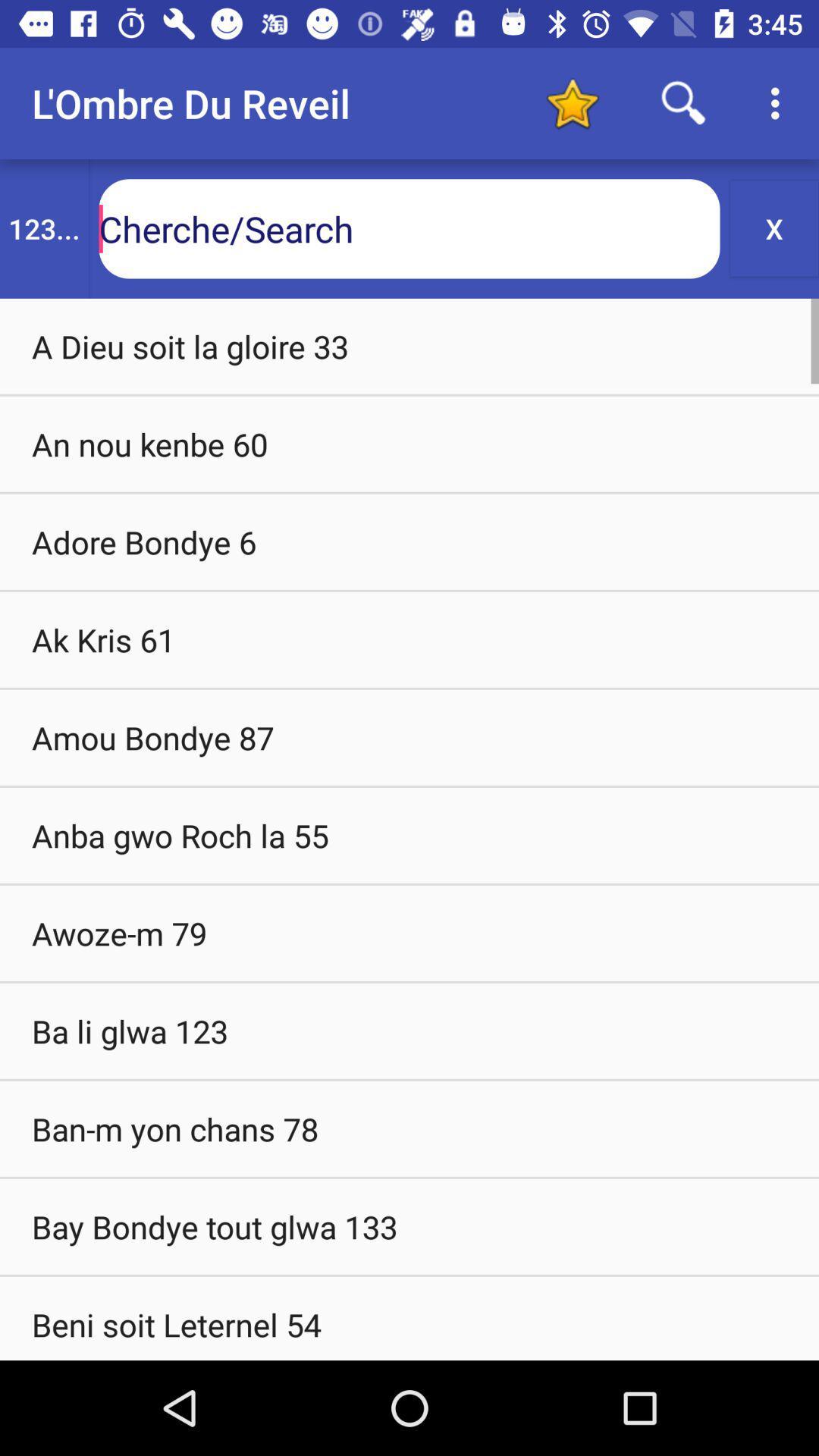  I want to click on amou bondye 87 icon, so click(409, 737).